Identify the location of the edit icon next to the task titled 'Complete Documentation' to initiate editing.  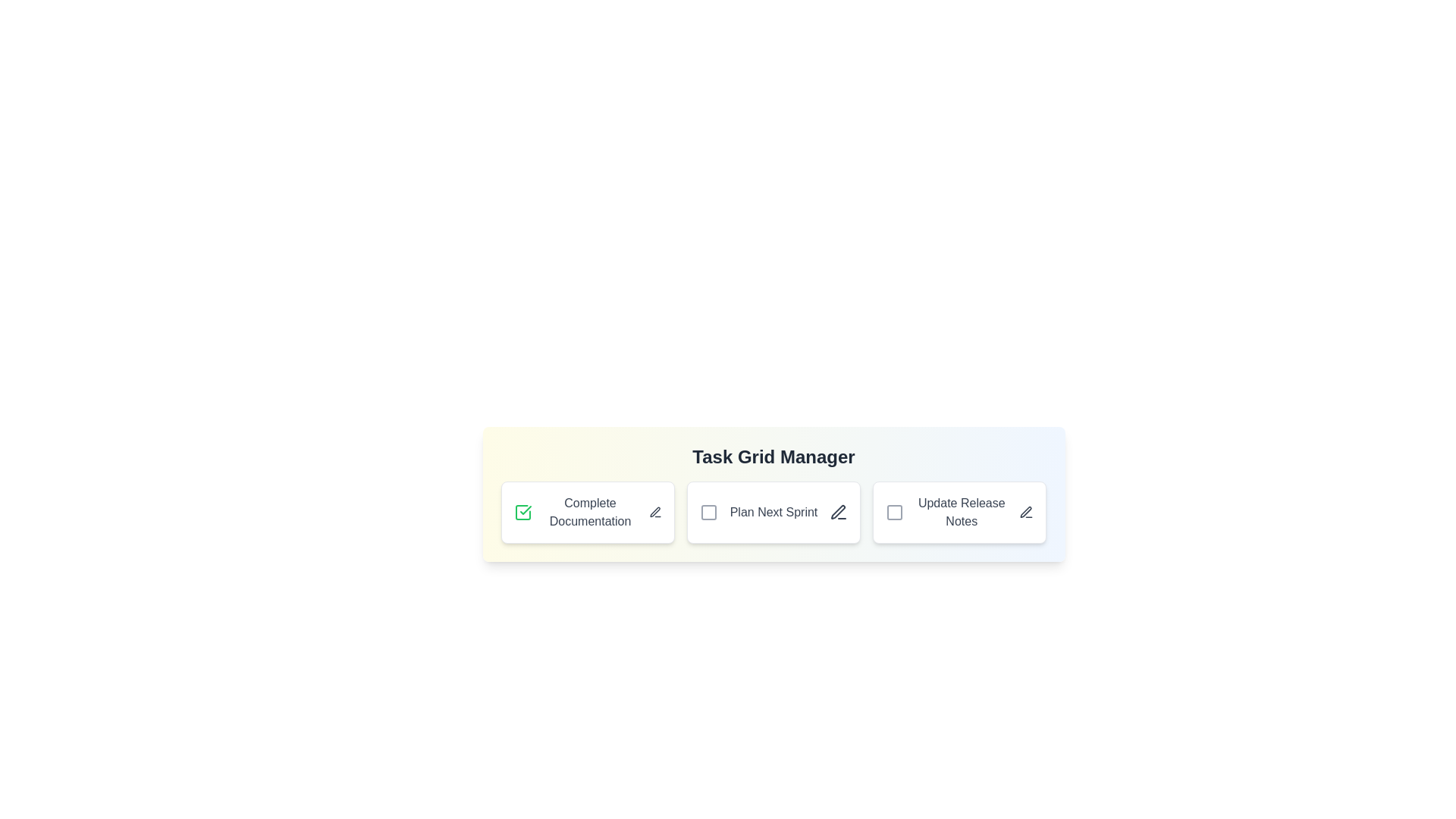
(655, 512).